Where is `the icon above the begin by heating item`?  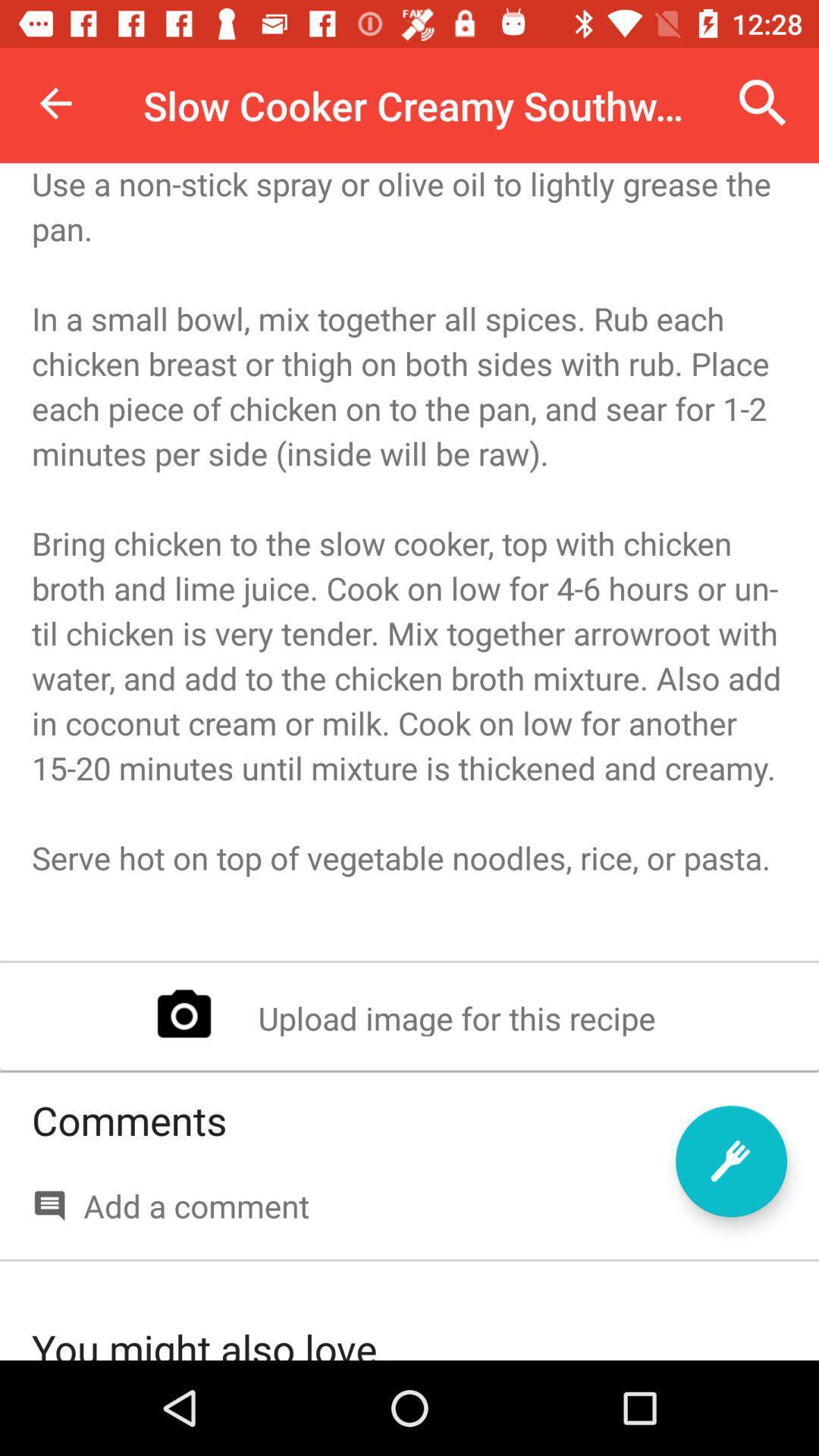
the icon above the begin by heating item is located at coordinates (55, 102).